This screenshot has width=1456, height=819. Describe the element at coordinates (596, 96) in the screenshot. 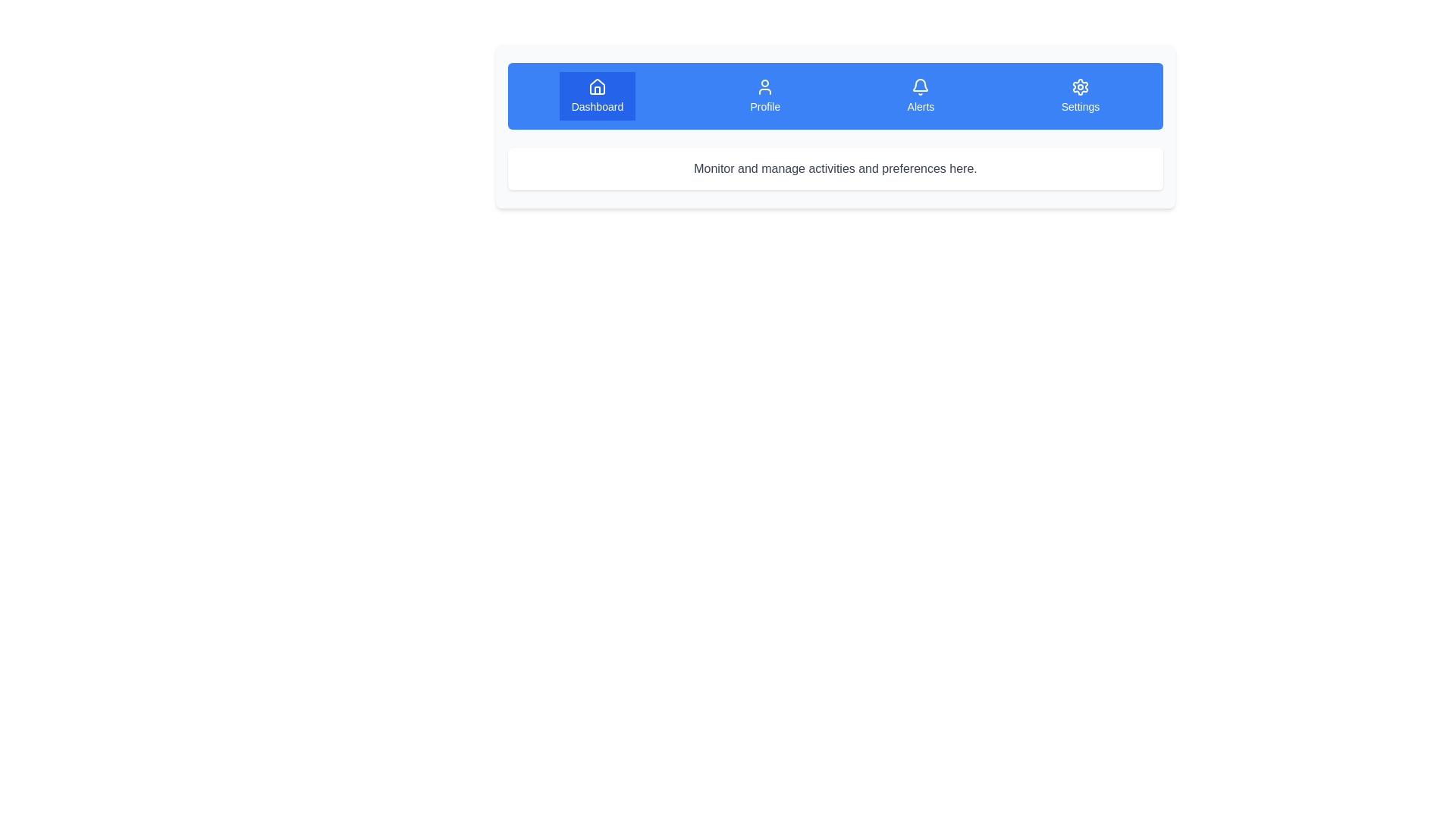

I see `the first button from the left in the horizontal navigation bar labeled 'Dashboard' to trigger a visual response` at that location.